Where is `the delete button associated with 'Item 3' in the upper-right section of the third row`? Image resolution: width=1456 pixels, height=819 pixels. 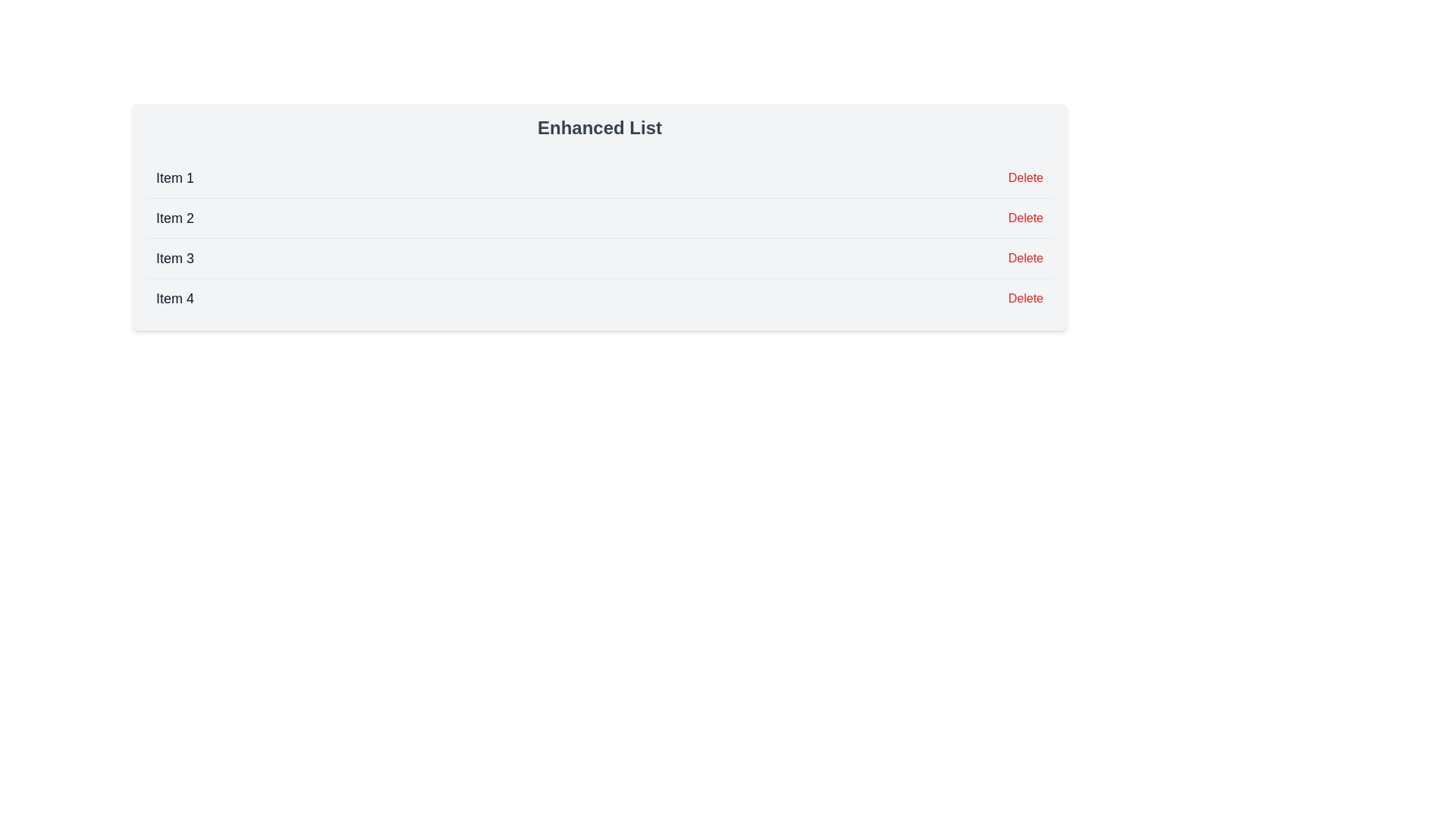 the delete button associated with 'Item 3' in the upper-right section of the third row is located at coordinates (1025, 257).